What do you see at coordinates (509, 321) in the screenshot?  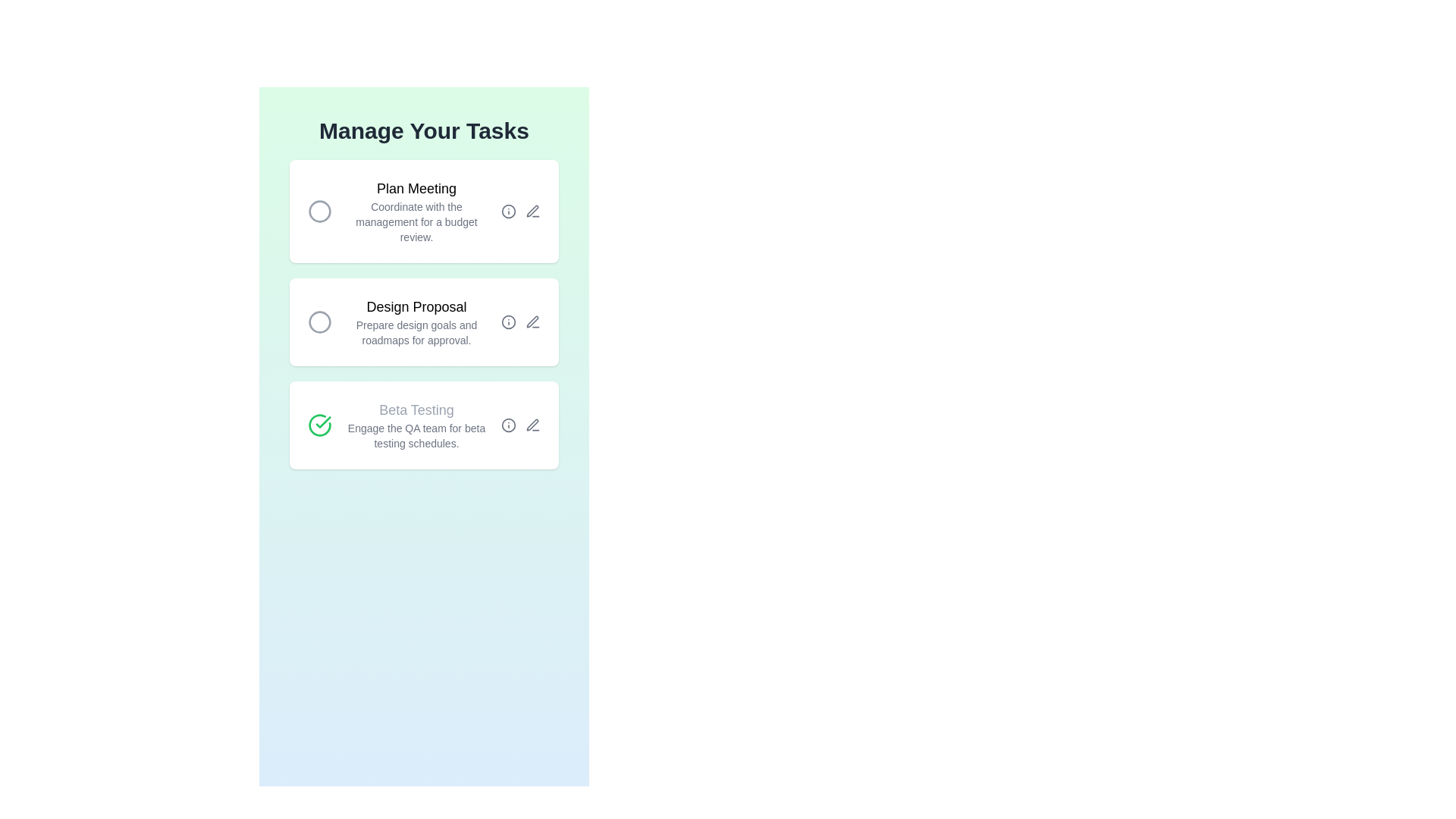 I see `the 'More information' icon for the task 'Design Proposal'` at bounding box center [509, 321].